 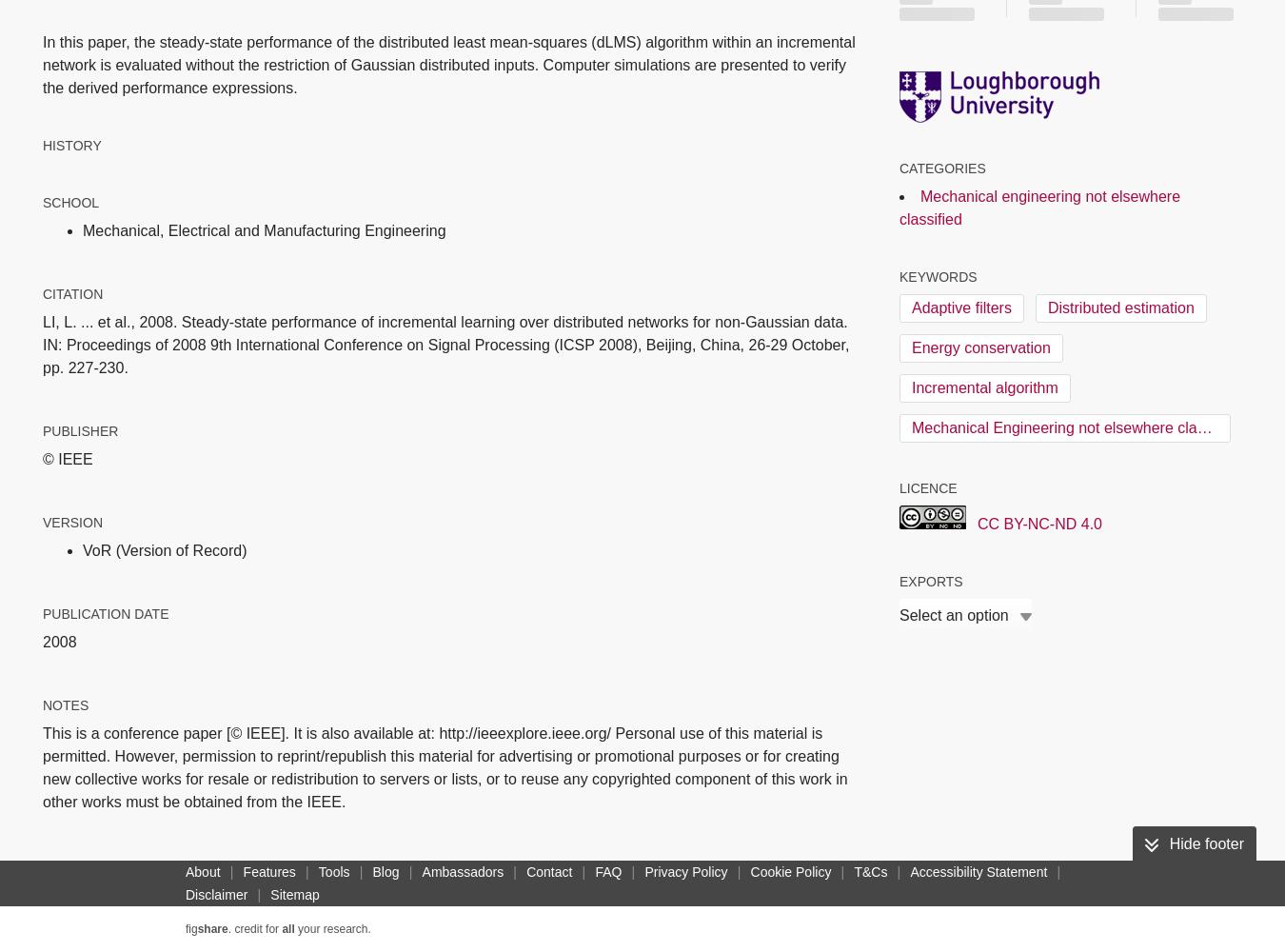 What do you see at coordinates (445, 766) in the screenshot?
I see `'This is a conference paper [© IEEE]. It is also available at: http://ieeexplore.ieee.org/ Personal use of this material is permitted. However, permission to reprint/republish this material for advertising or promotional purposes or for creating new collective works for resale or redistribution to servers or lists, or to reuse any copyrighted component of this work in other works must be obtained from the IEEE.'` at bounding box center [445, 766].